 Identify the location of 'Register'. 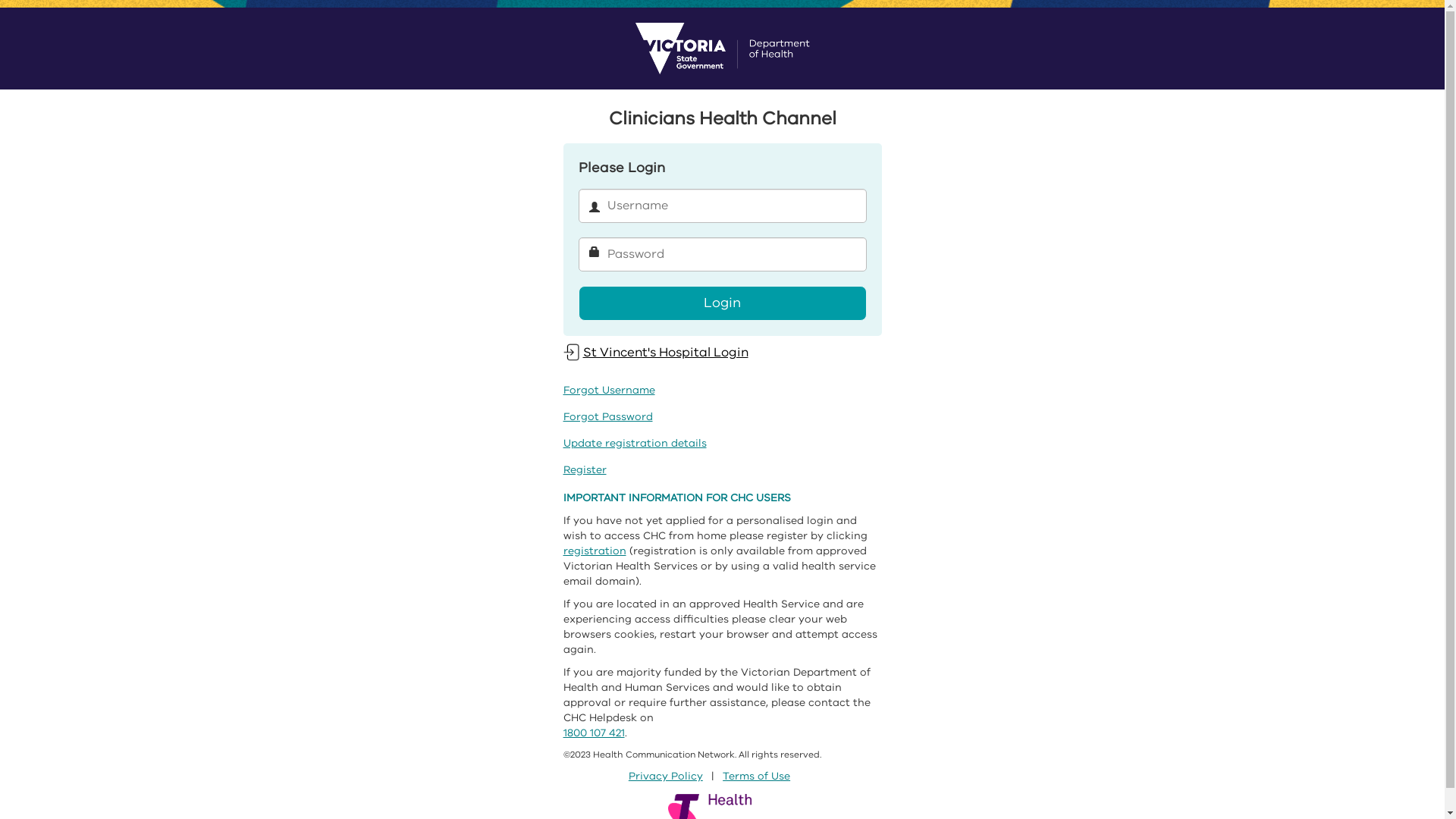
(583, 469).